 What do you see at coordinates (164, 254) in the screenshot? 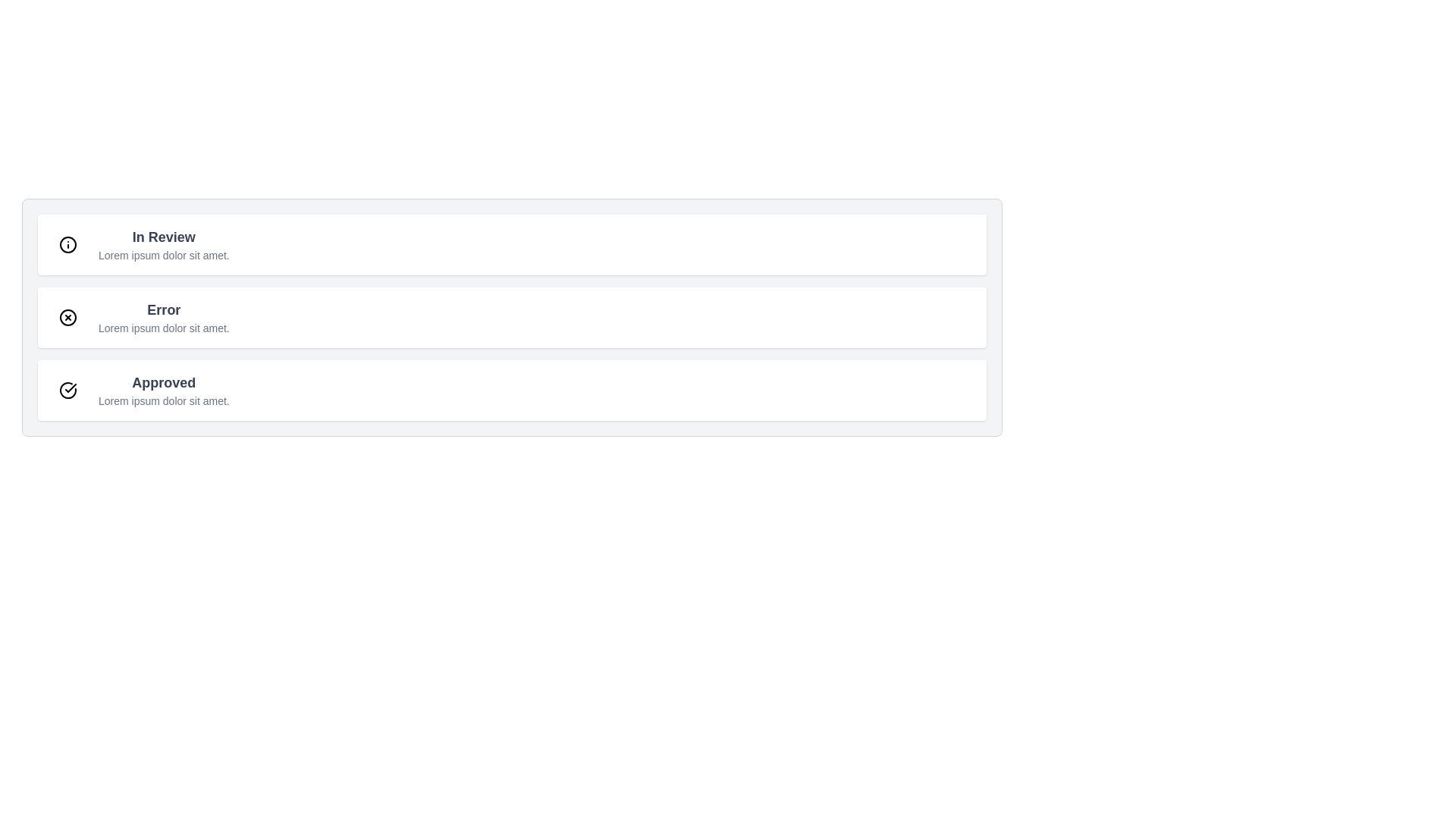
I see `the static text label located below the heading 'In Review', which provides additional context about the status or item` at bounding box center [164, 254].